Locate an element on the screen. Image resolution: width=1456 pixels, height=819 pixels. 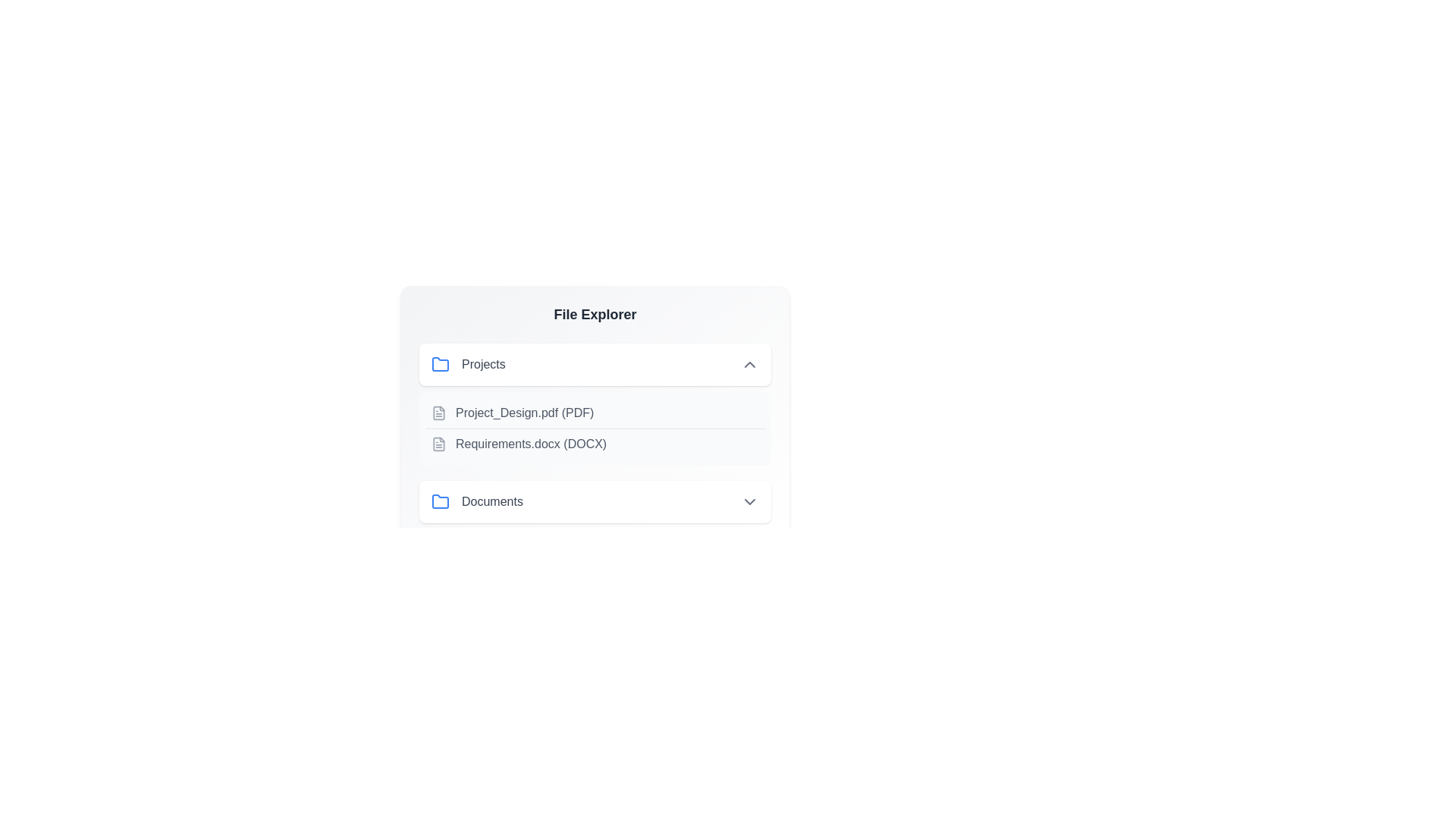
the file with the name Project_Design.pdf in the directory is located at coordinates (595, 413).